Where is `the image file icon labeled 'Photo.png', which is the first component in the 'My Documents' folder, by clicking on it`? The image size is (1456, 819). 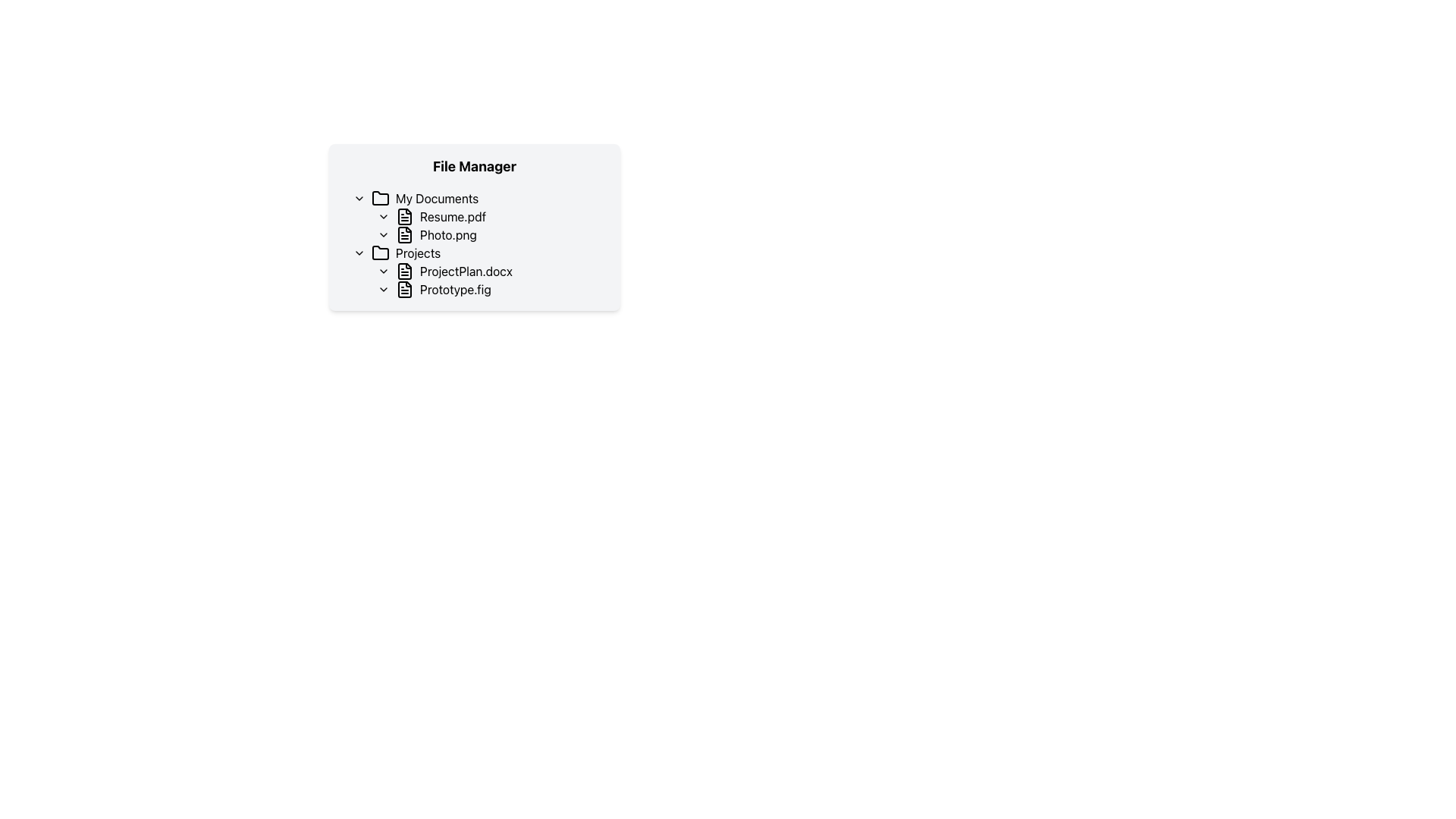
the image file icon labeled 'Photo.png', which is the first component in the 'My Documents' folder, by clicking on it is located at coordinates (404, 234).